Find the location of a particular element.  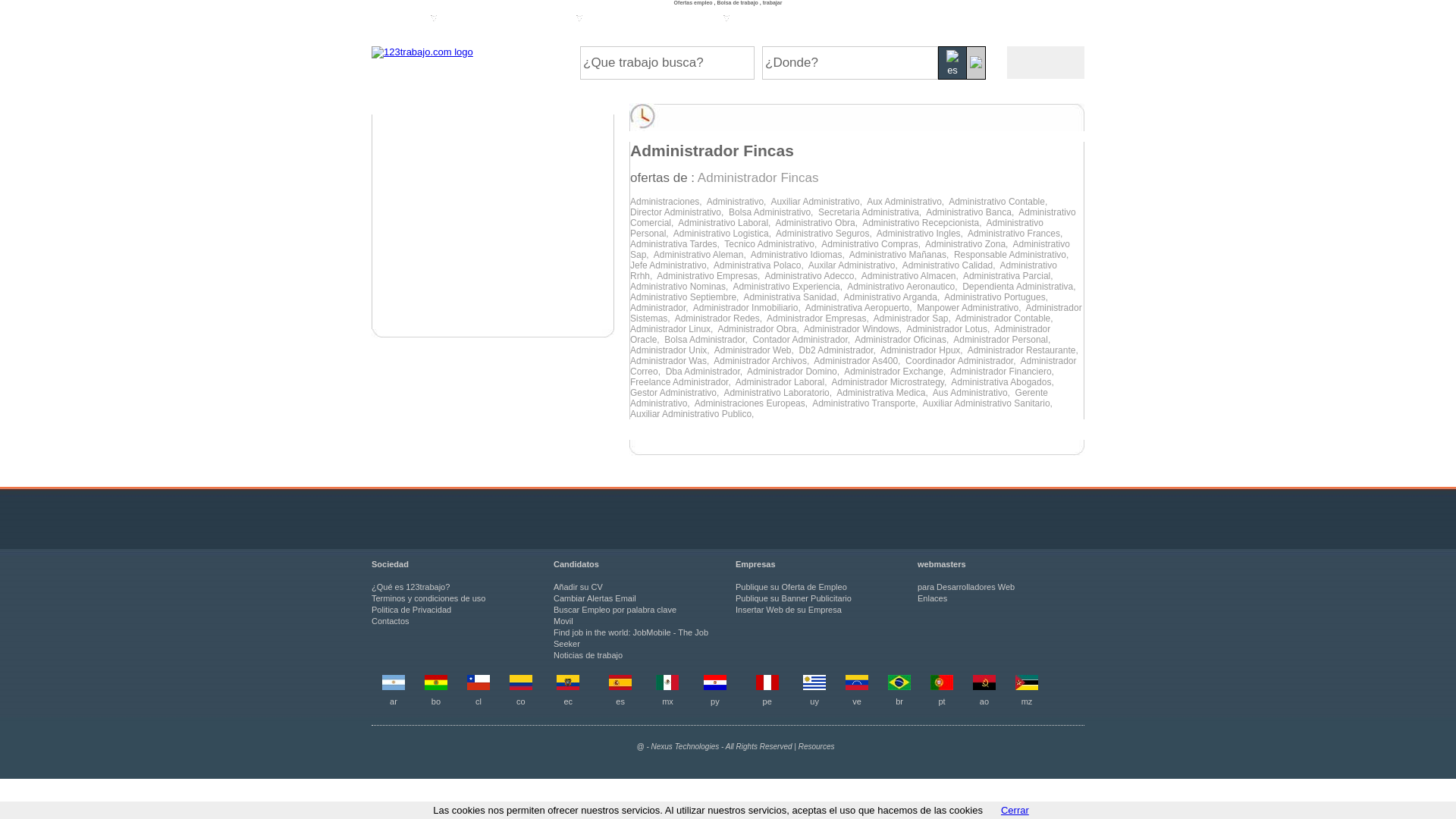

'Manpower Administrativo, ' is located at coordinates (971, 307).